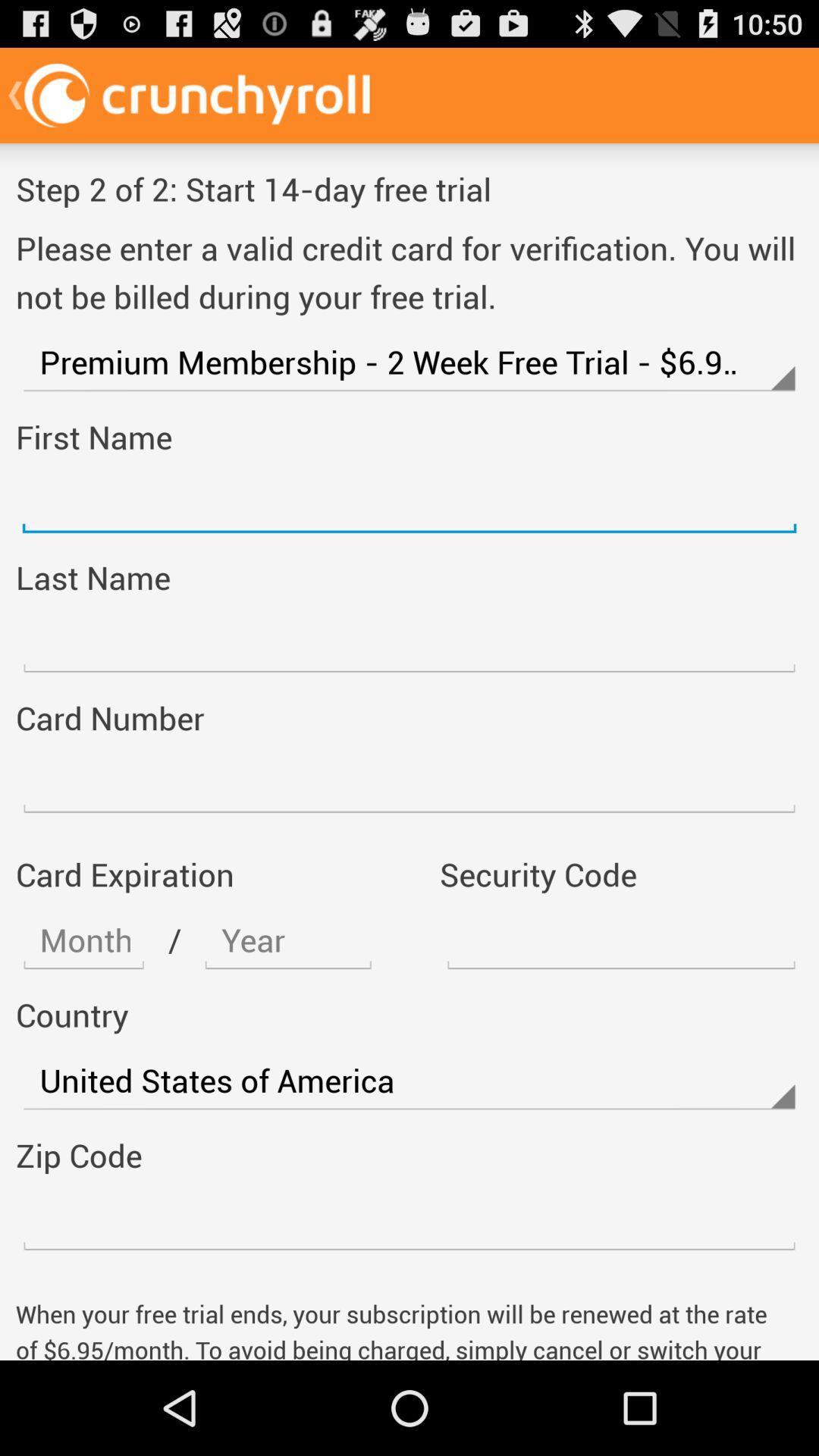 Image resolution: width=819 pixels, height=1456 pixels. I want to click on screen page, so click(409, 643).